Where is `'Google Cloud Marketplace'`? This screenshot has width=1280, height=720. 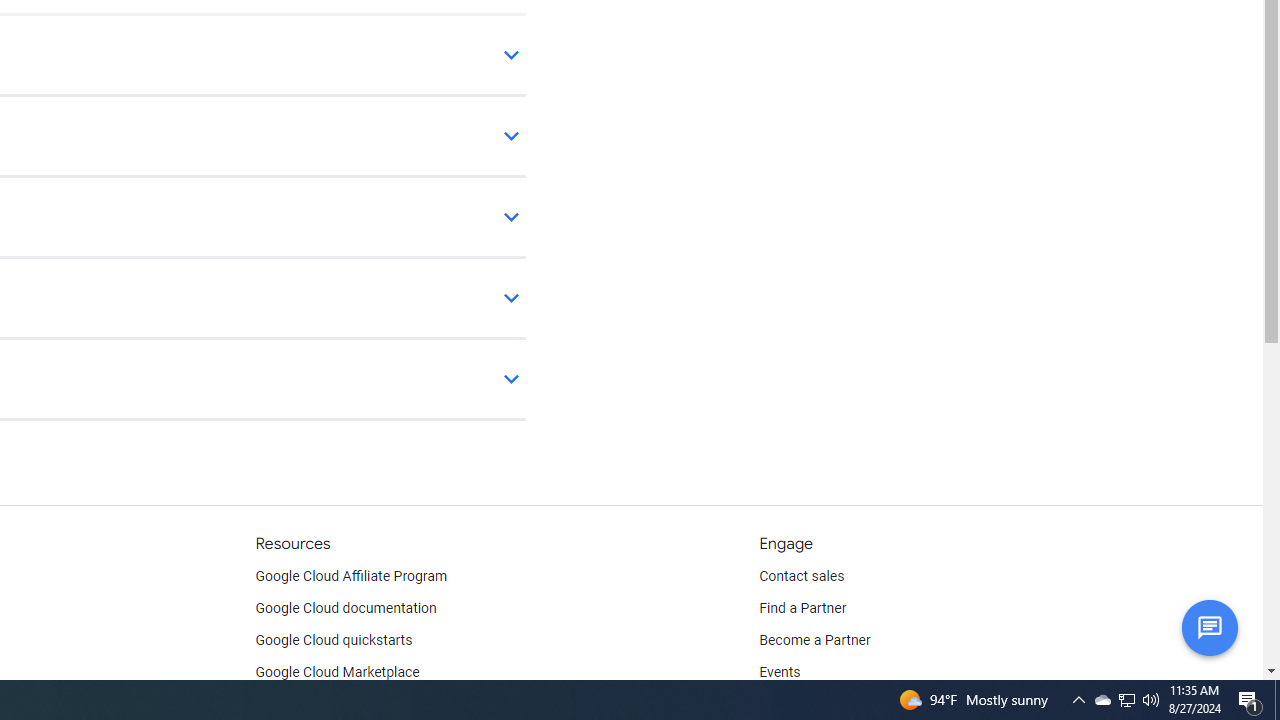 'Google Cloud Marketplace' is located at coordinates (337, 672).